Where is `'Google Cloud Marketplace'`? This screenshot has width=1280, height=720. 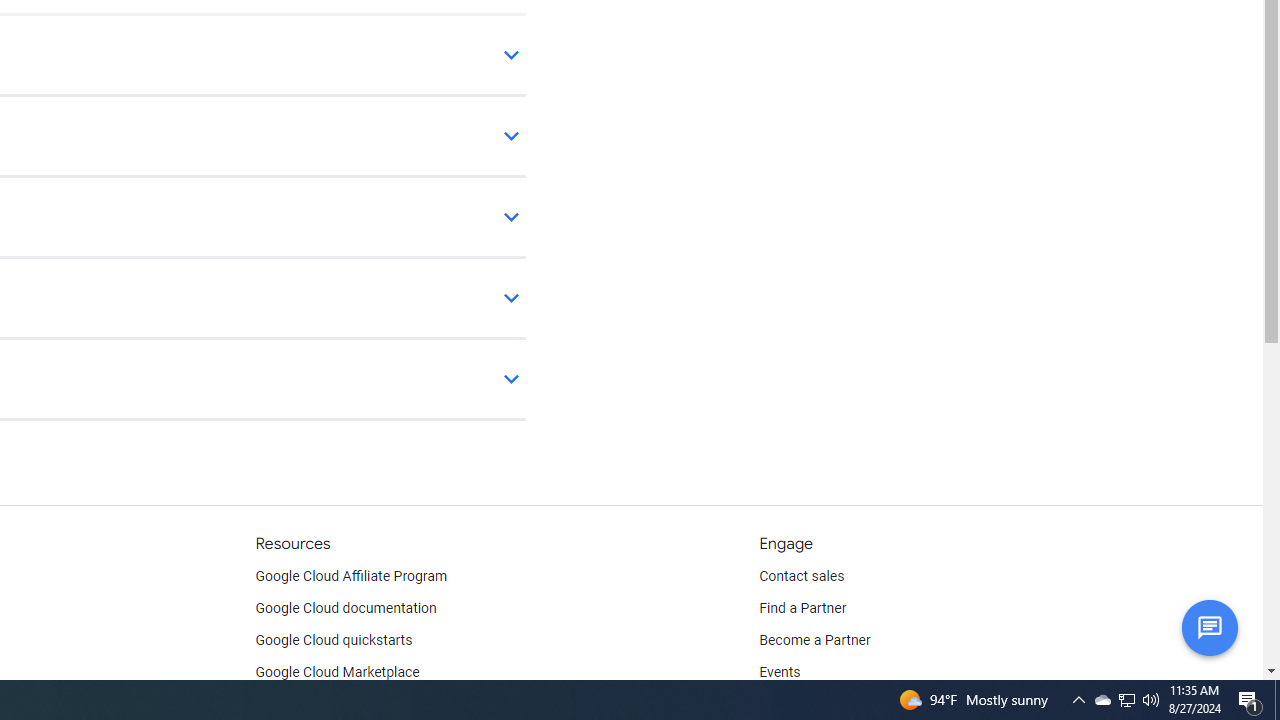 'Google Cloud Marketplace' is located at coordinates (337, 672).